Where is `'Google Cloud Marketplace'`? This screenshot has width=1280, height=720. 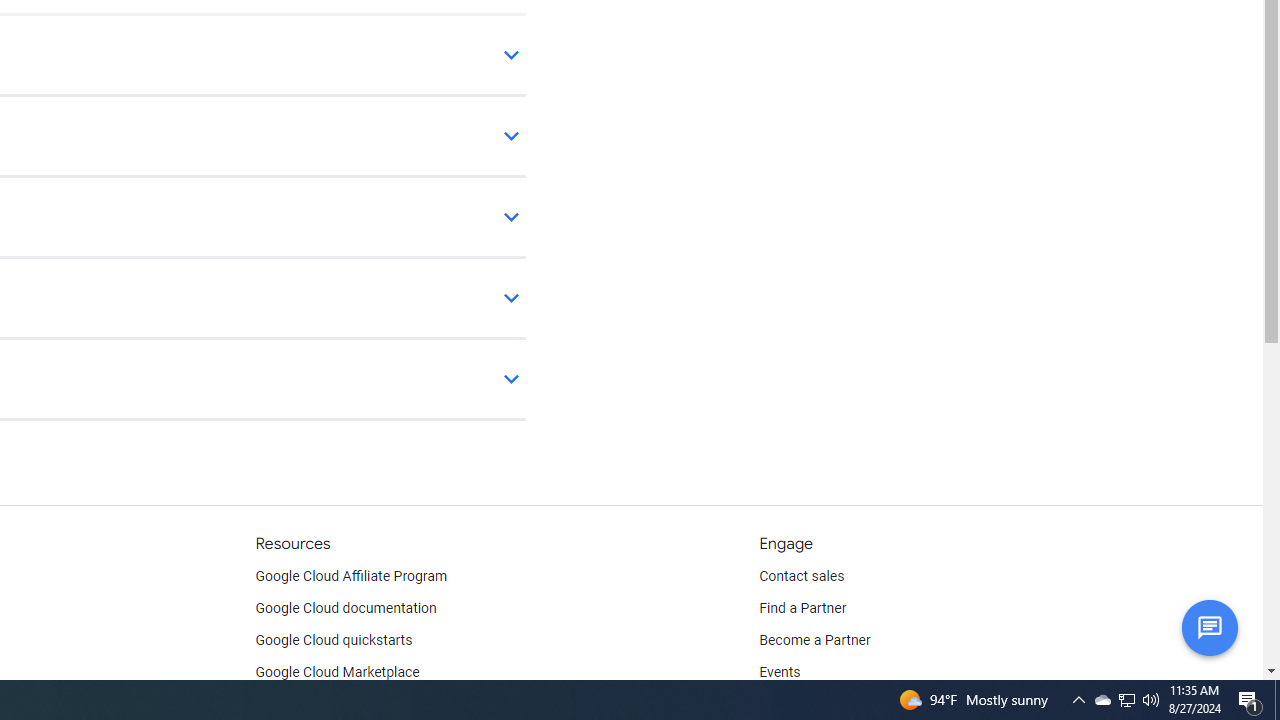 'Google Cloud Marketplace' is located at coordinates (337, 672).